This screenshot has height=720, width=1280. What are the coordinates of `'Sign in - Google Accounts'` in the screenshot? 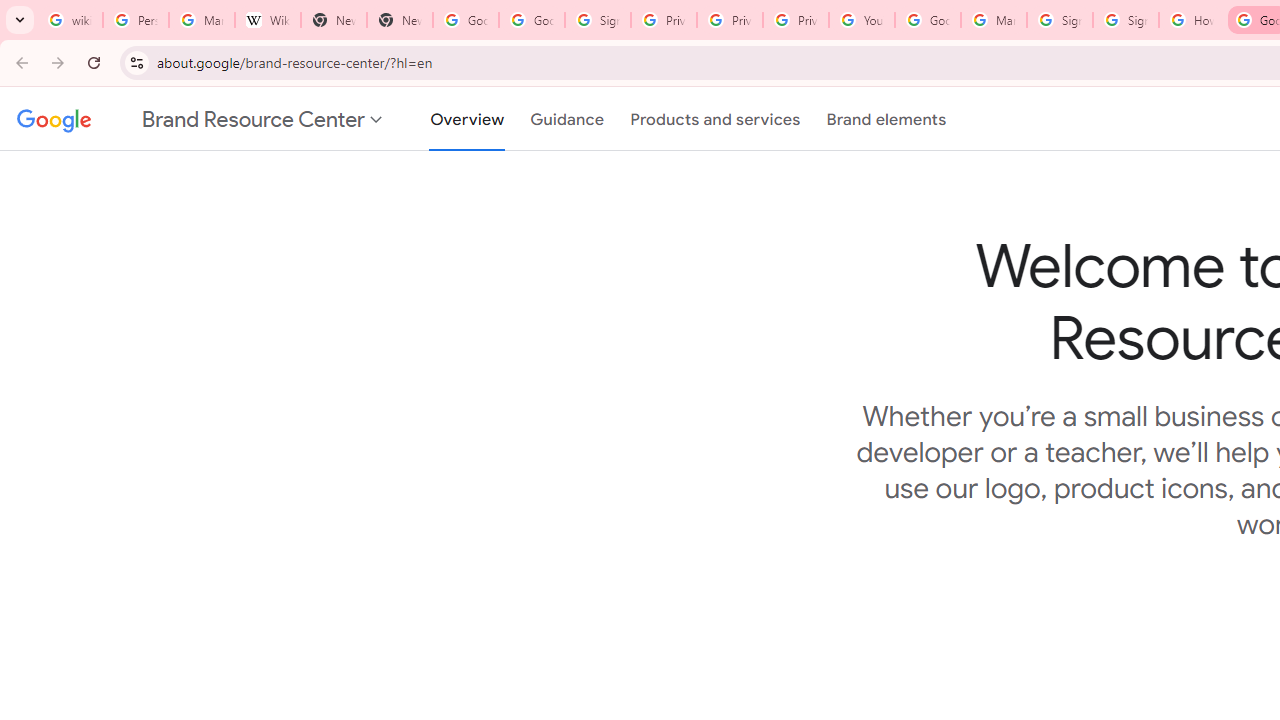 It's located at (1125, 20).